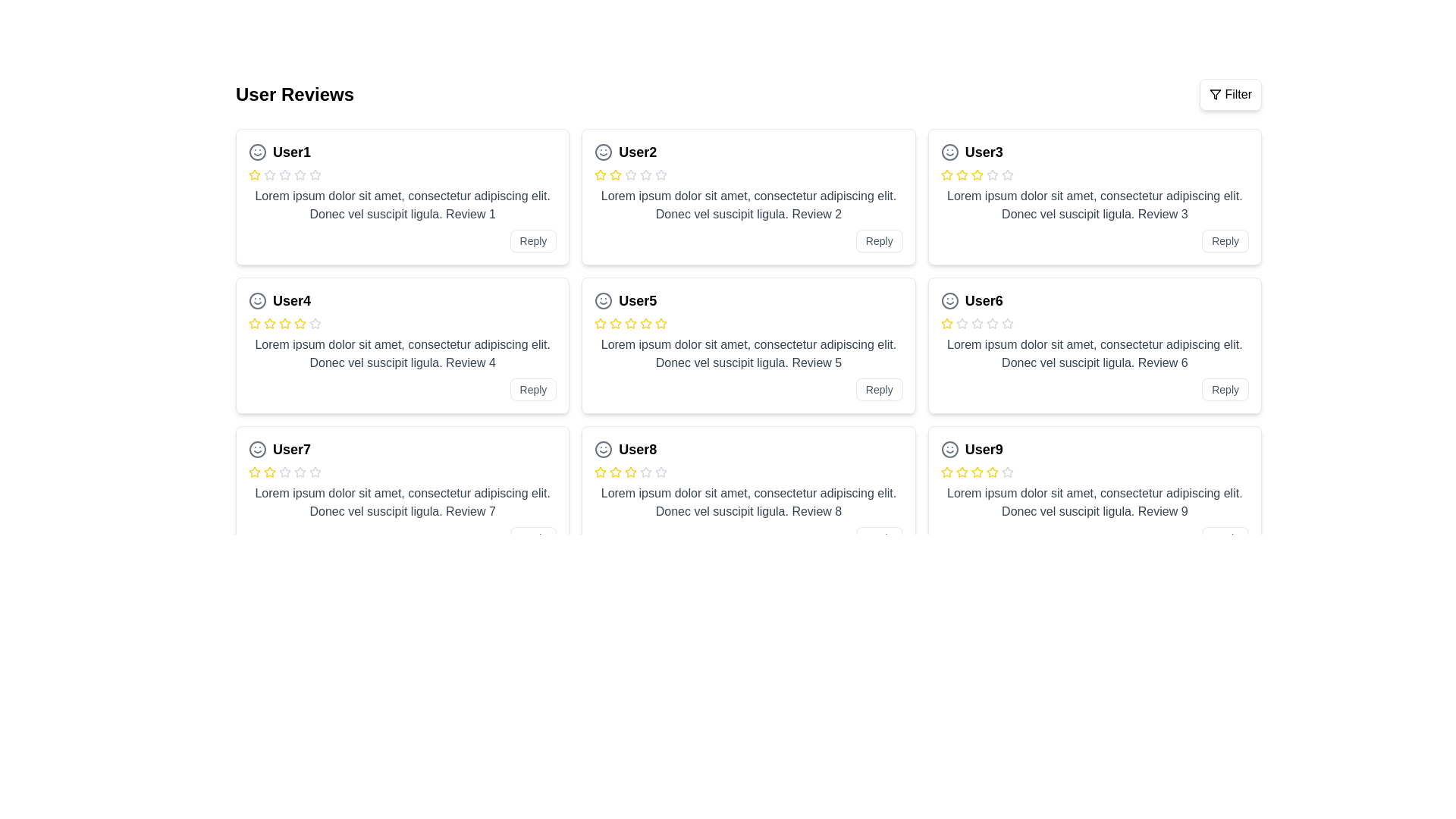 The height and width of the screenshot is (819, 1456). I want to click on the third golden-yellow star icon in the rating section of the card titled 'User5', so click(616, 323).